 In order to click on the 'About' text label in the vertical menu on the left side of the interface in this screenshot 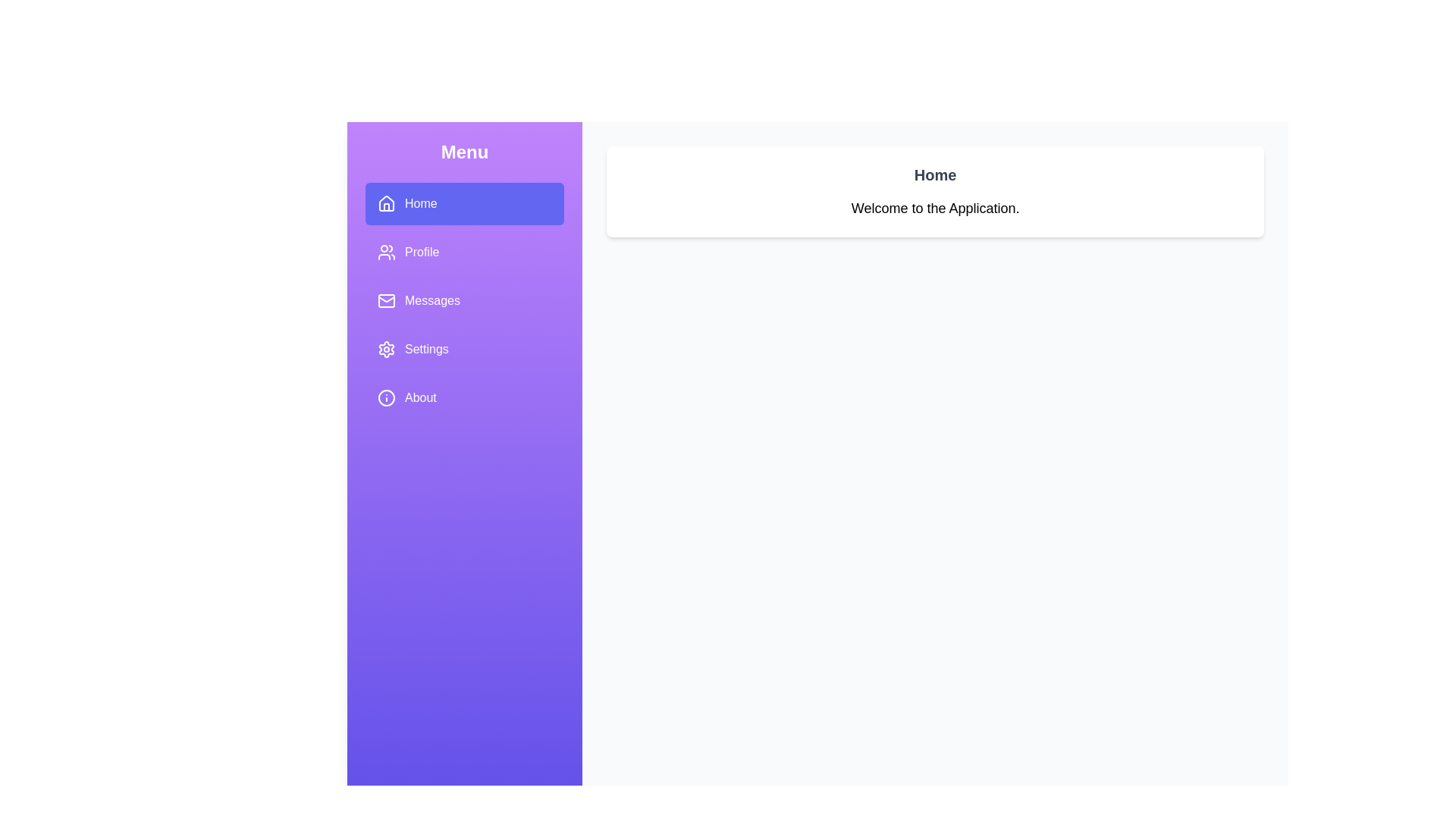, I will do `click(420, 397)`.